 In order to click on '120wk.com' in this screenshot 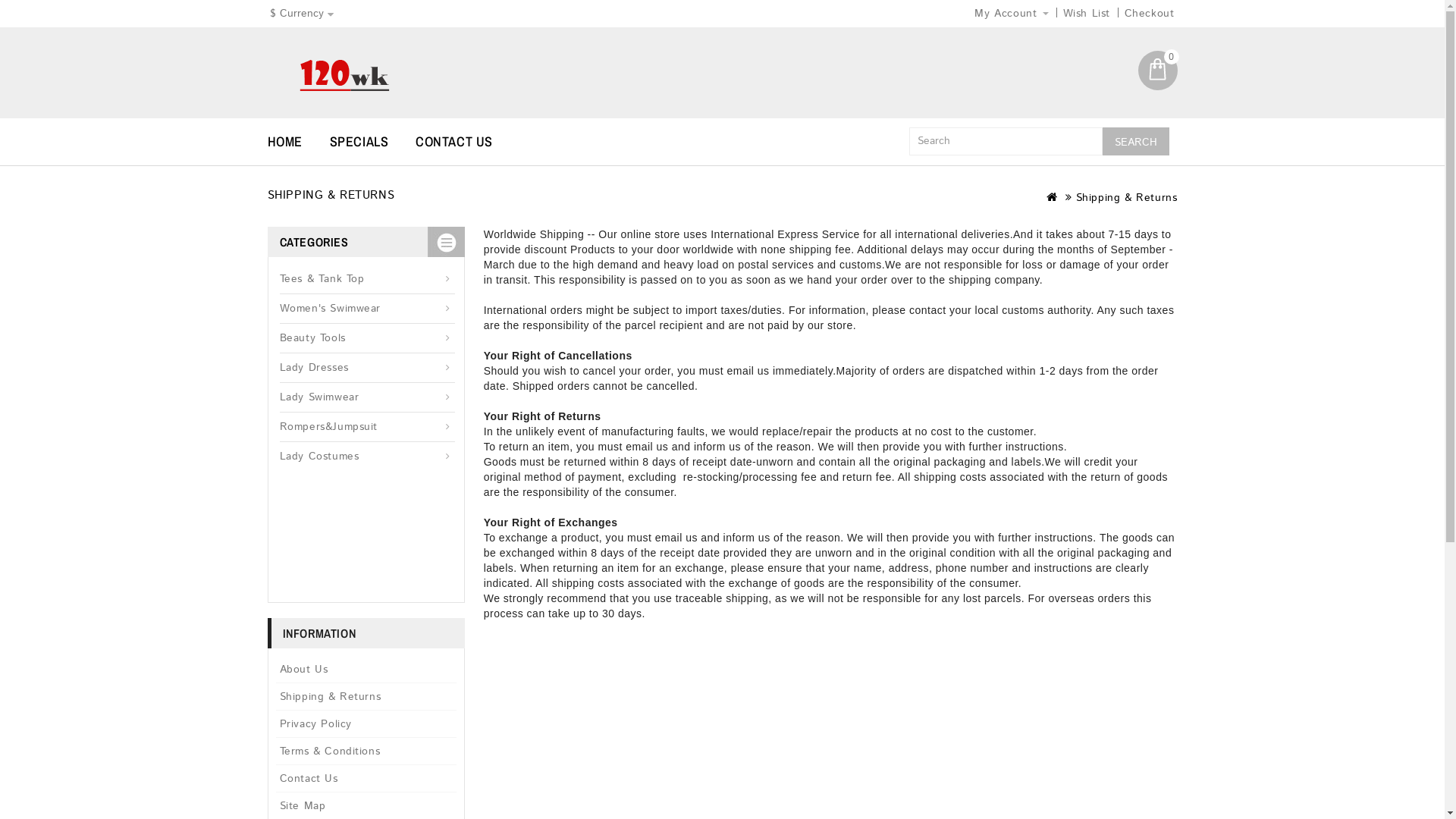, I will do `click(342, 74)`.